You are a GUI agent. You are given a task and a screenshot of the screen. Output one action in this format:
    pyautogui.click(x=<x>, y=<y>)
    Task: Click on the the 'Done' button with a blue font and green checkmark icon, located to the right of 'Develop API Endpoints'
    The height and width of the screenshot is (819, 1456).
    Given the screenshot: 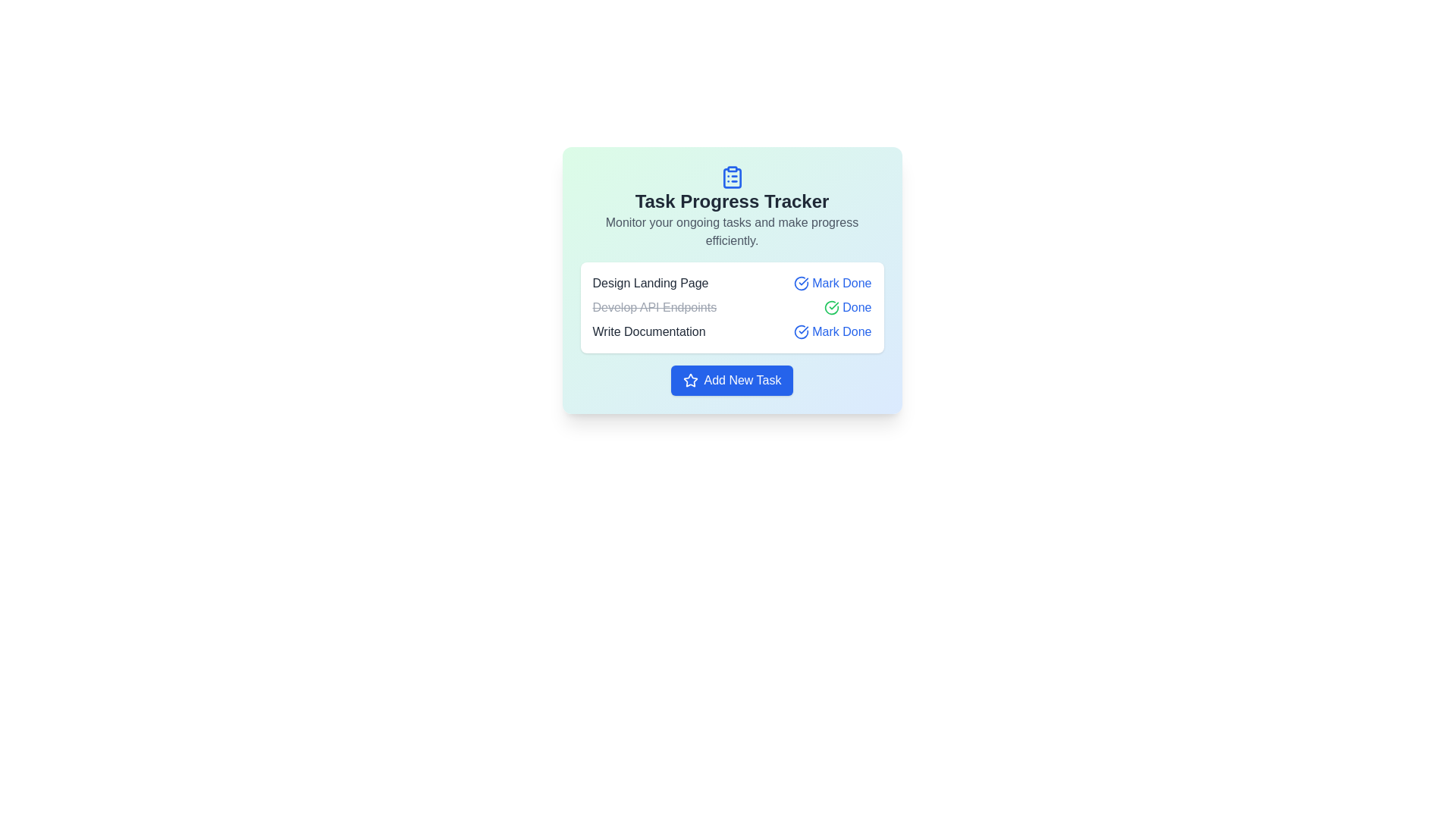 What is the action you would take?
    pyautogui.click(x=847, y=307)
    